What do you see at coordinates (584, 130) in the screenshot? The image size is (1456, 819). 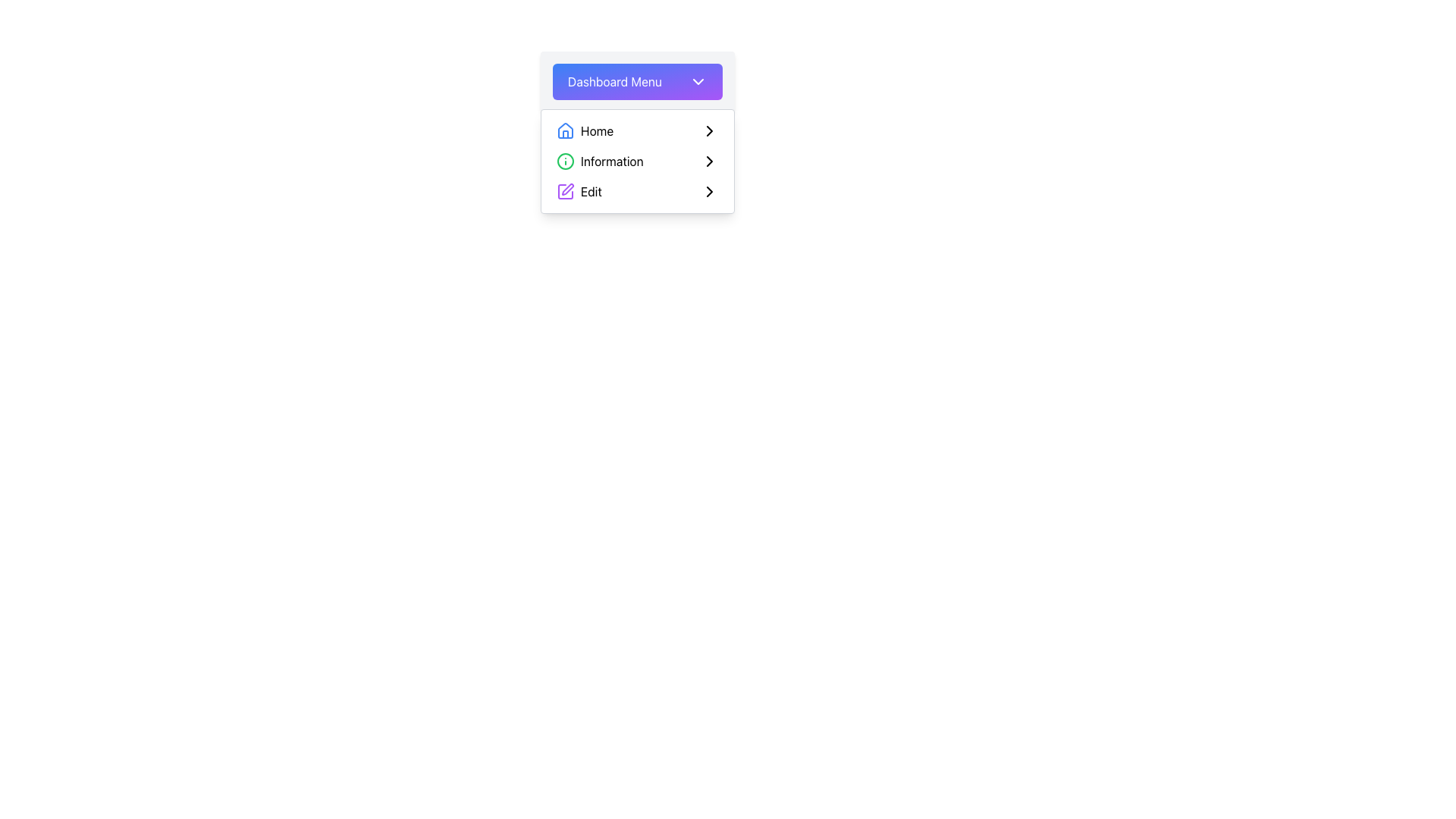 I see `the 'Home' menu item, which is the topmost option in the 'Dashboard Menu' dropdown` at bounding box center [584, 130].